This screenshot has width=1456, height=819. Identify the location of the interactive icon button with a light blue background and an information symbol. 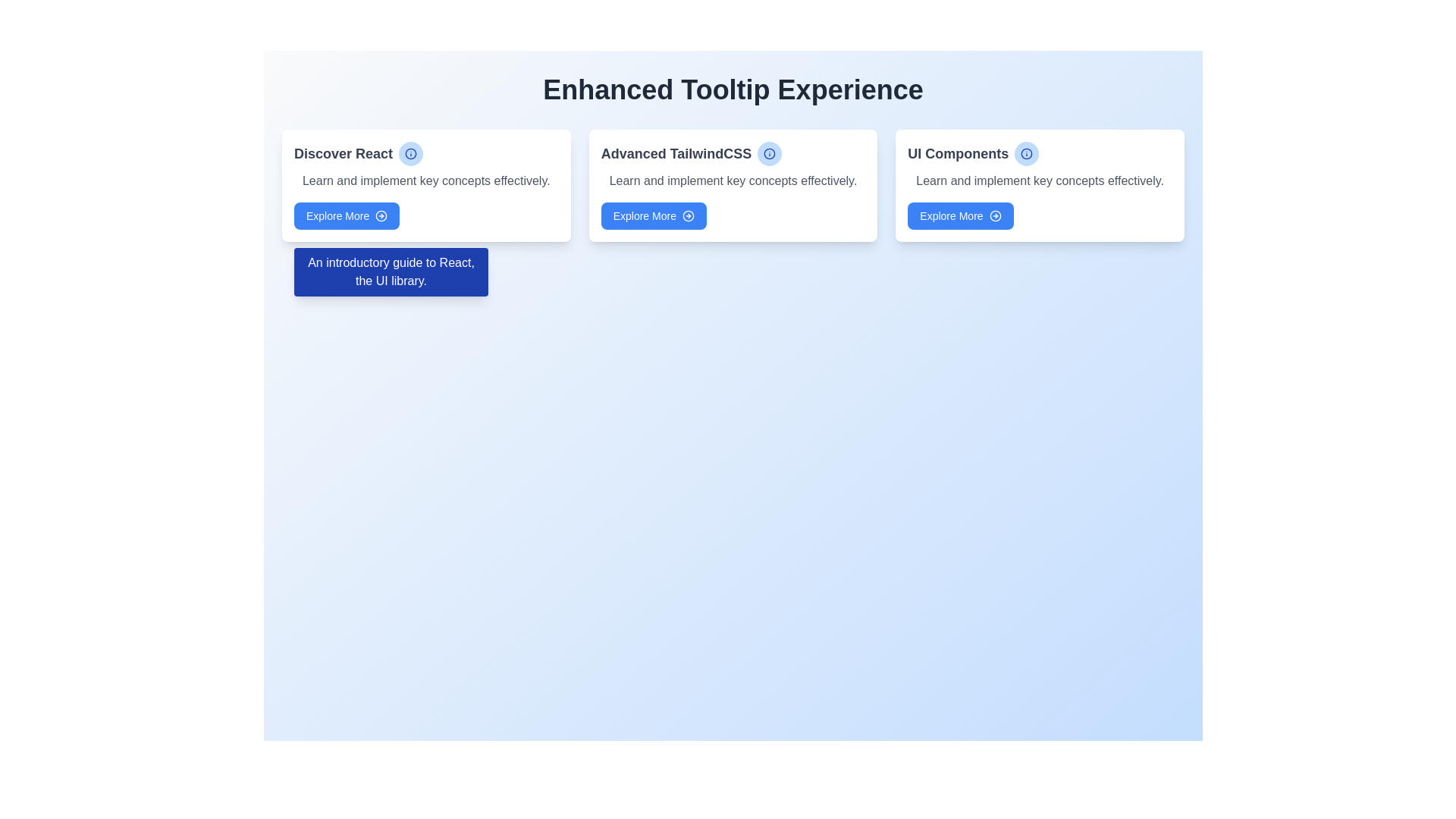
(769, 154).